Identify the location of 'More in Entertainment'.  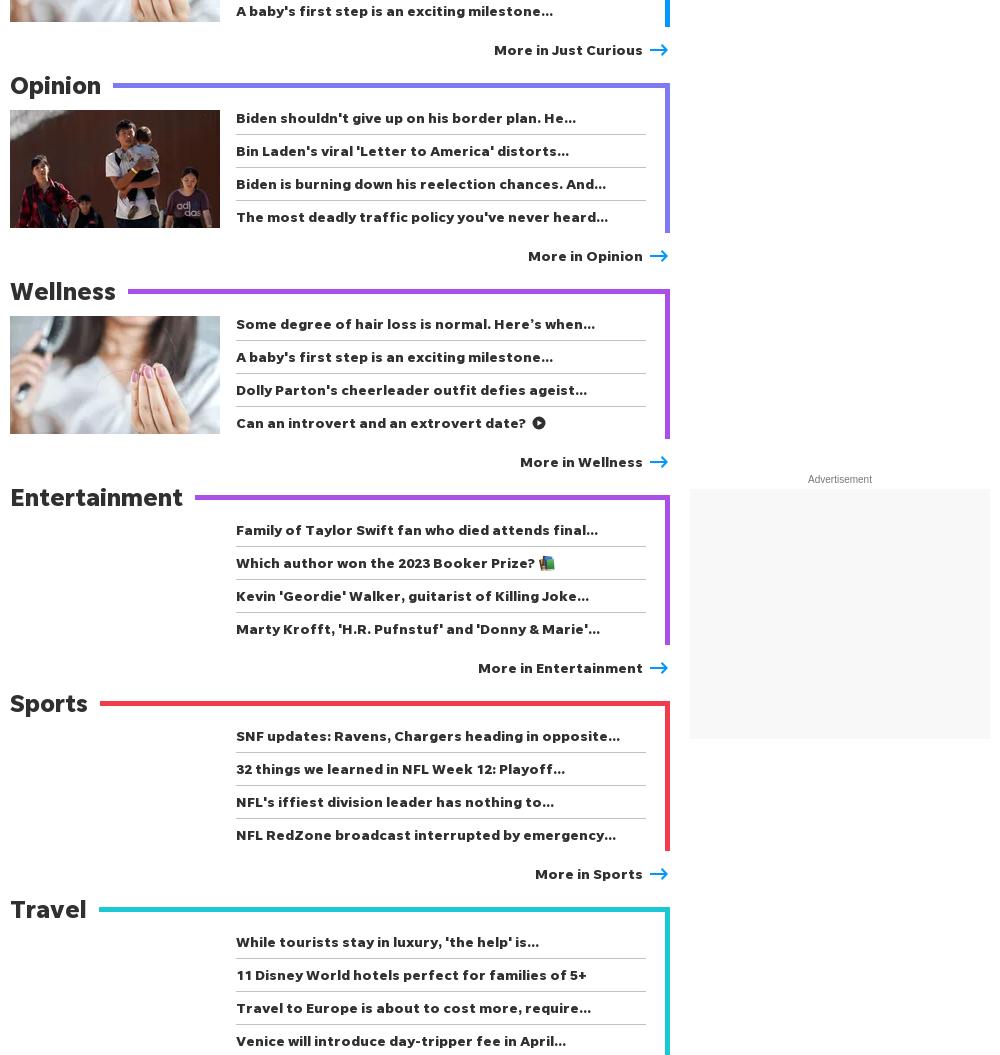
(560, 666).